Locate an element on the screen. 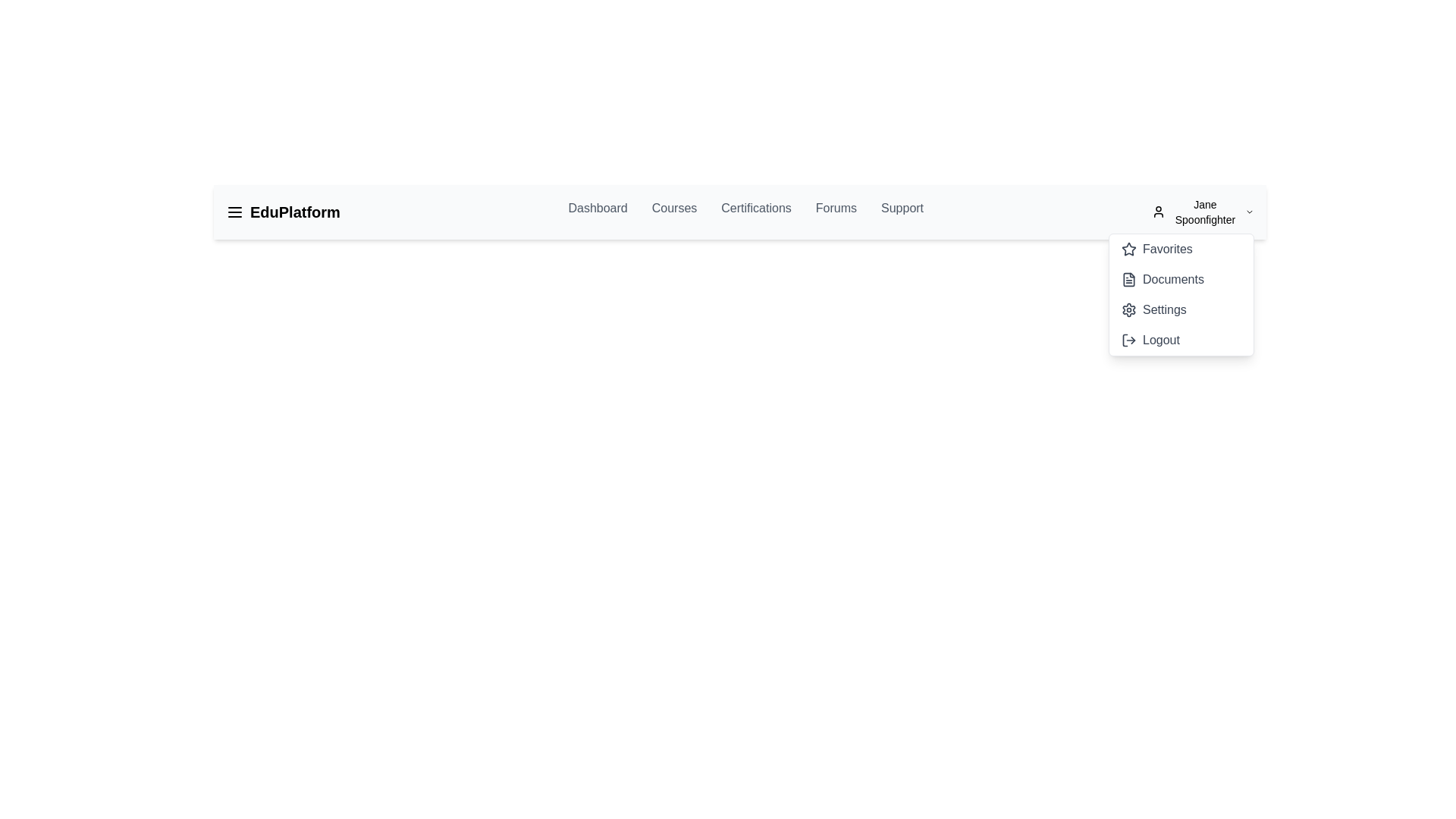 The height and width of the screenshot is (819, 1456). the fourth hyperlink in the horizontal navigation bar is located at coordinates (835, 212).